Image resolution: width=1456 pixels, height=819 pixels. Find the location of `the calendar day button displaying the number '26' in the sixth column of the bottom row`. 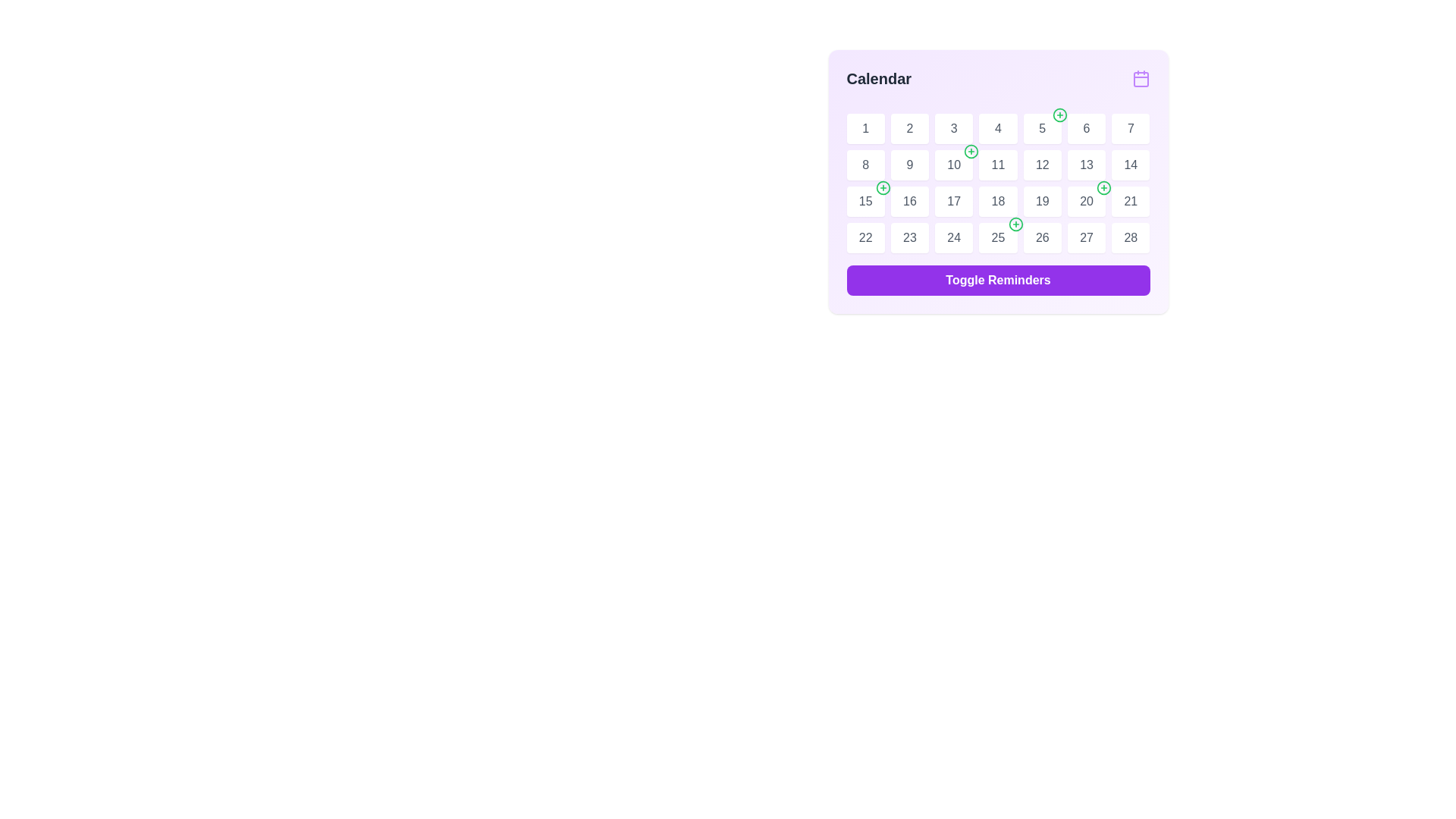

the calendar day button displaying the number '26' in the sixth column of the bottom row is located at coordinates (1041, 237).